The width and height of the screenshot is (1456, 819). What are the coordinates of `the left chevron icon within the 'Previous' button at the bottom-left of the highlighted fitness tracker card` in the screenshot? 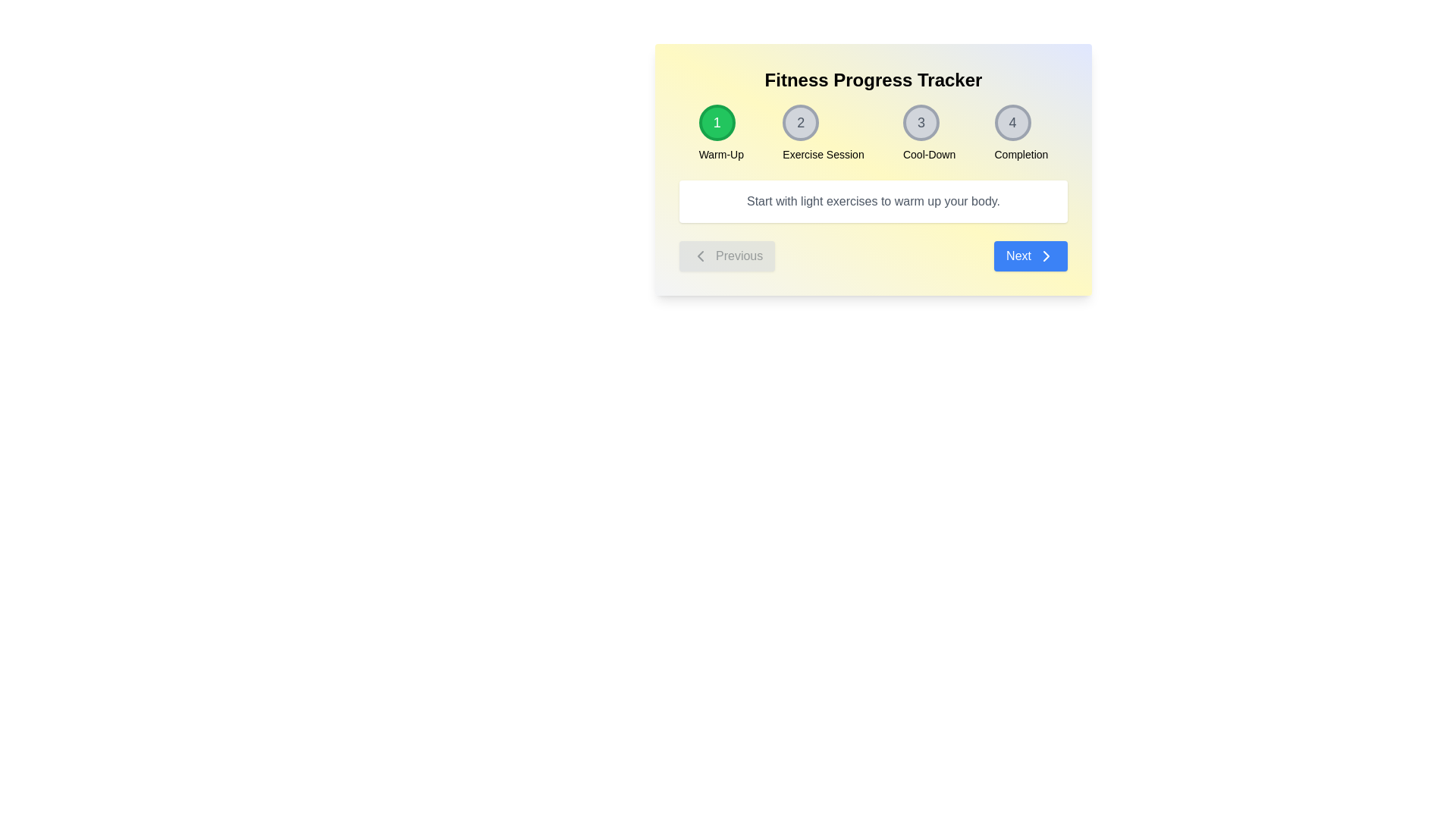 It's located at (700, 256).